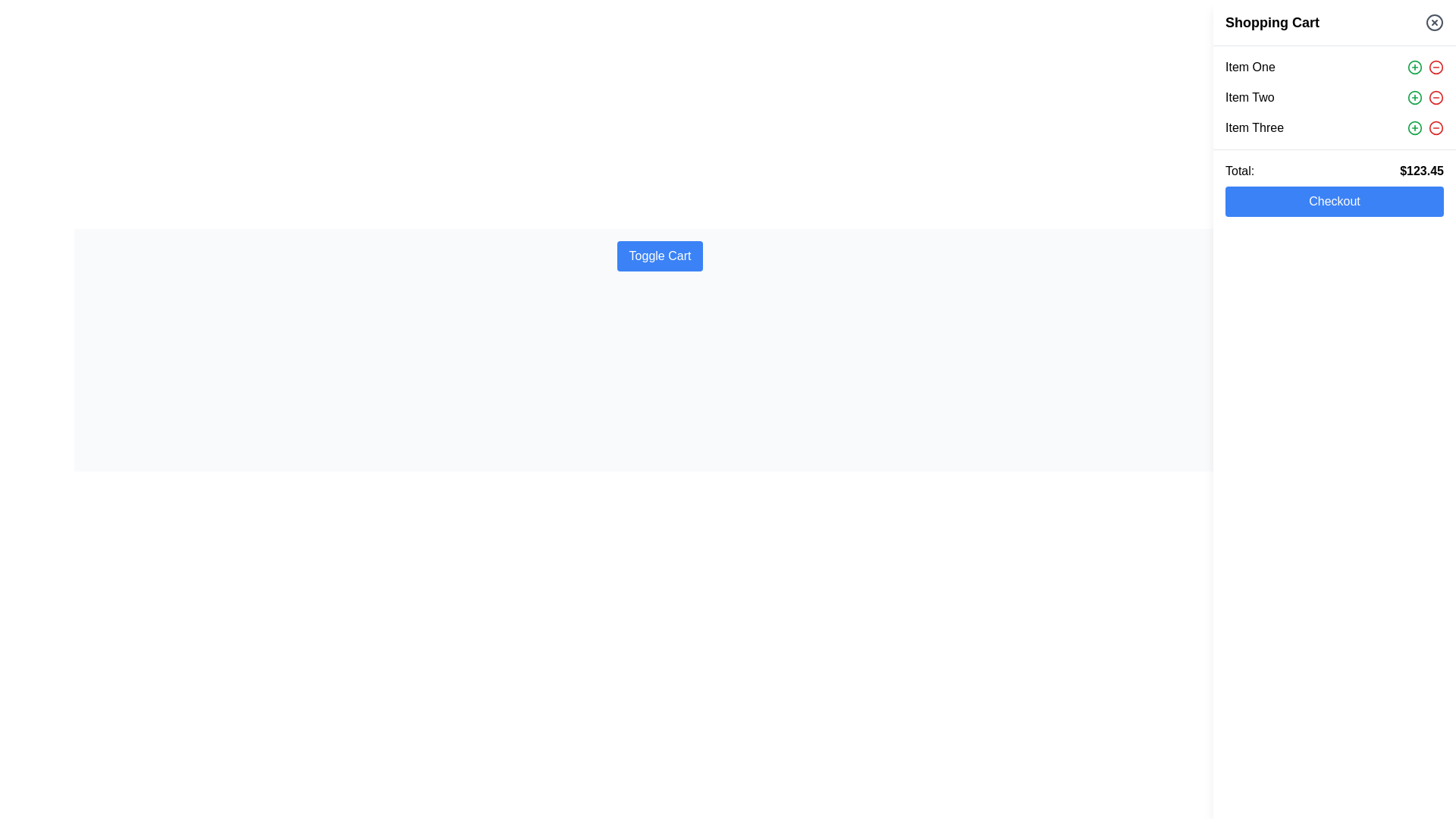  What do you see at coordinates (1425, 66) in the screenshot?
I see `the horizontal group of interactive buttons for adjusting the quantity of 'Item One' in the shopping cart` at bounding box center [1425, 66].